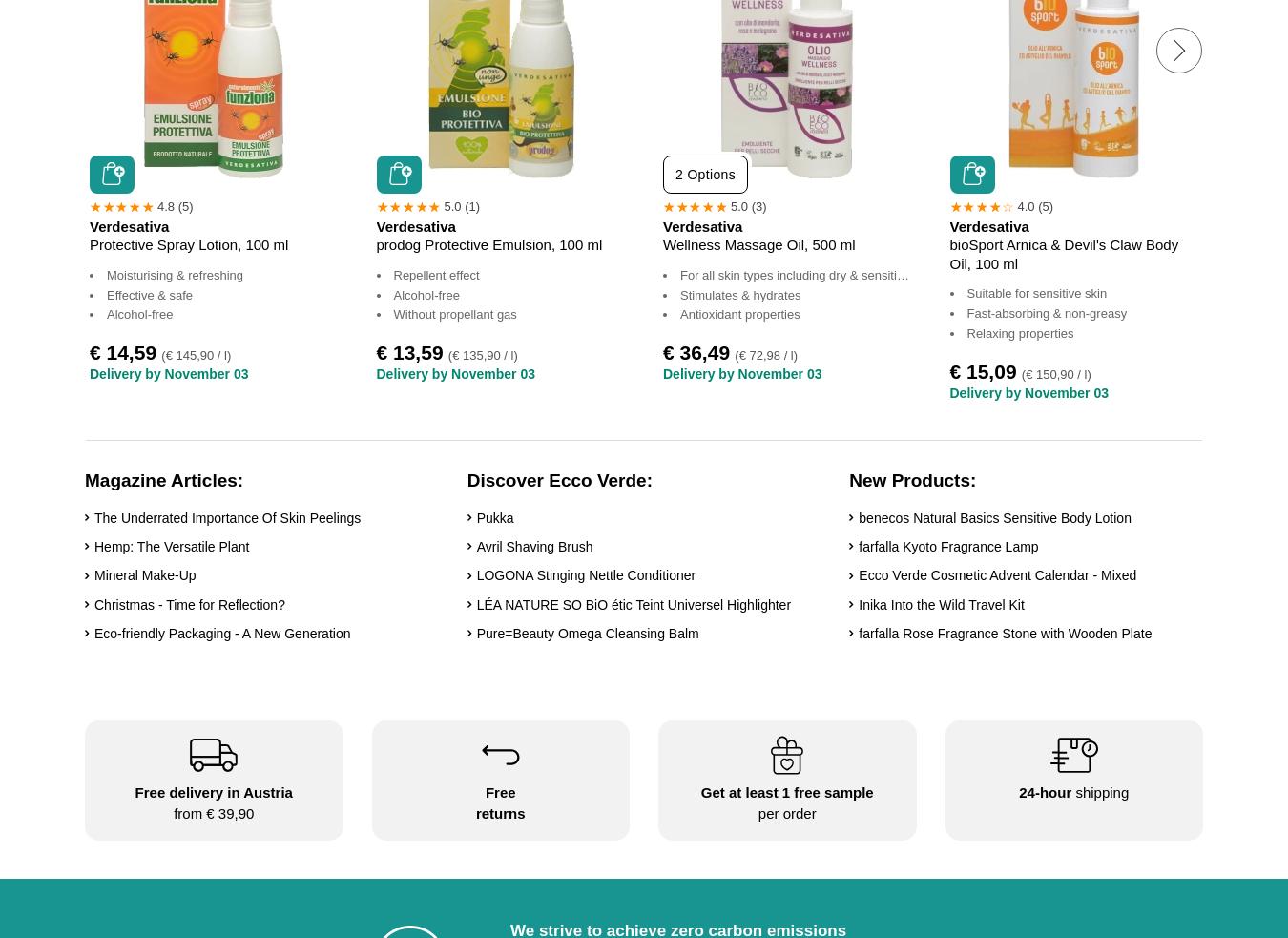 This screenshot has height=938, width=1288. I want to click on 'Fast-absorbing & non-greasy', so click(1047, 312).